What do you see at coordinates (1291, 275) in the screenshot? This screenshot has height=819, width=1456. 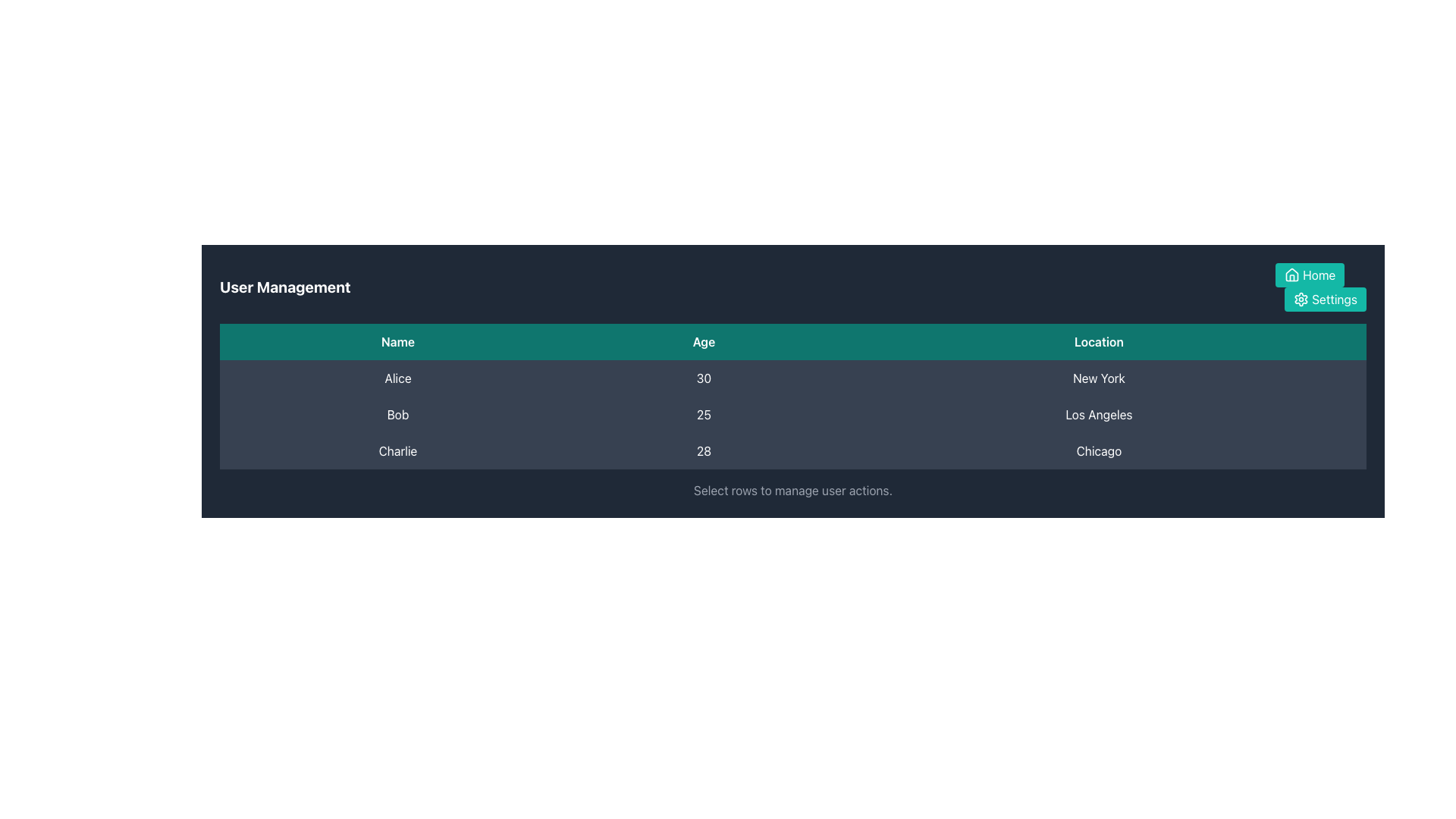 I see `the decorative icon within the 'Home' button located in the top-right corner of the interface` at bounding box center [1291, 275].